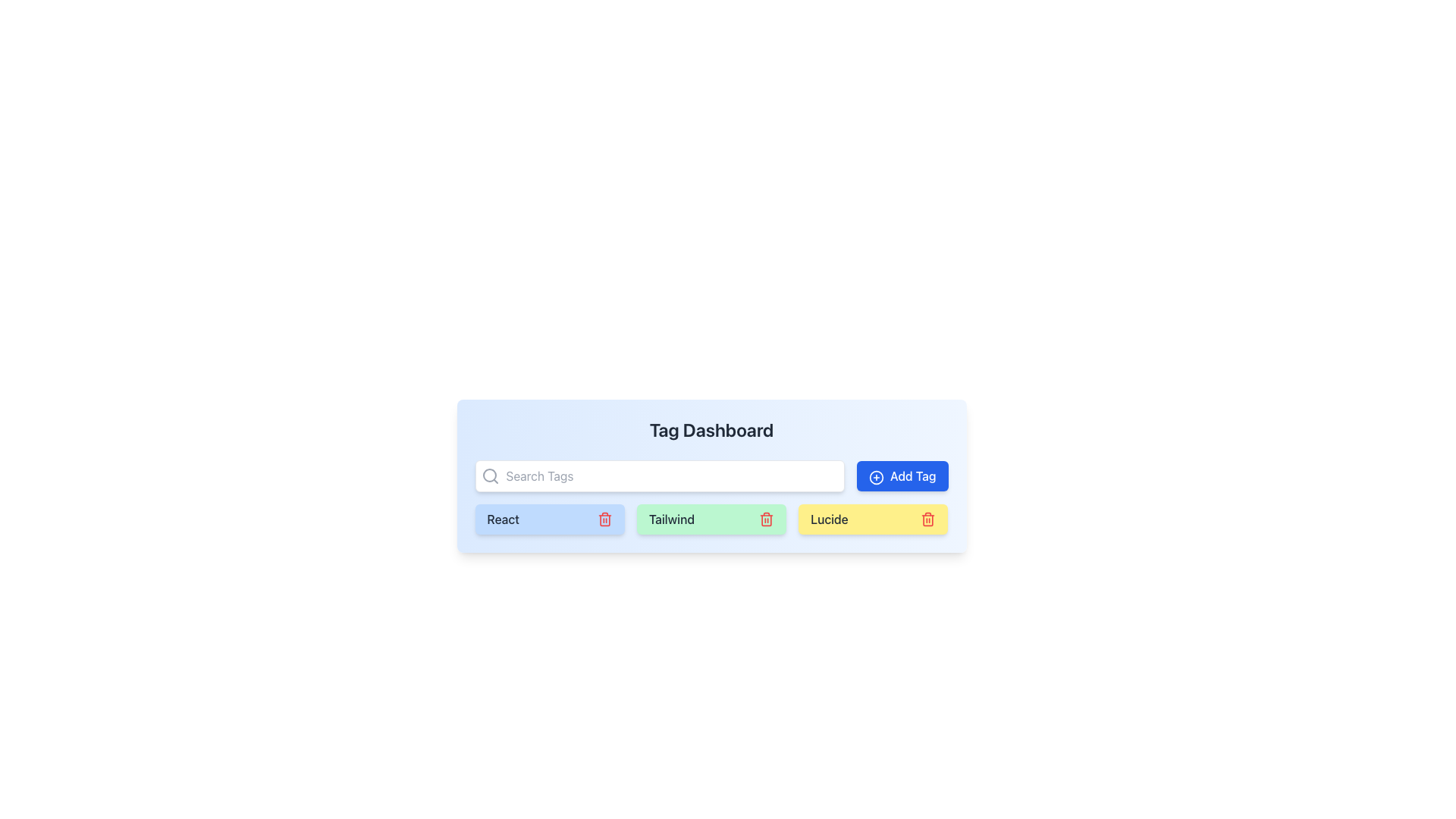 Image resolution: width=1456 pixels, height=819 pixels. I want to click on the delete button for the 'Tailwind' item in the tag management dashboard, so click(767, 519).